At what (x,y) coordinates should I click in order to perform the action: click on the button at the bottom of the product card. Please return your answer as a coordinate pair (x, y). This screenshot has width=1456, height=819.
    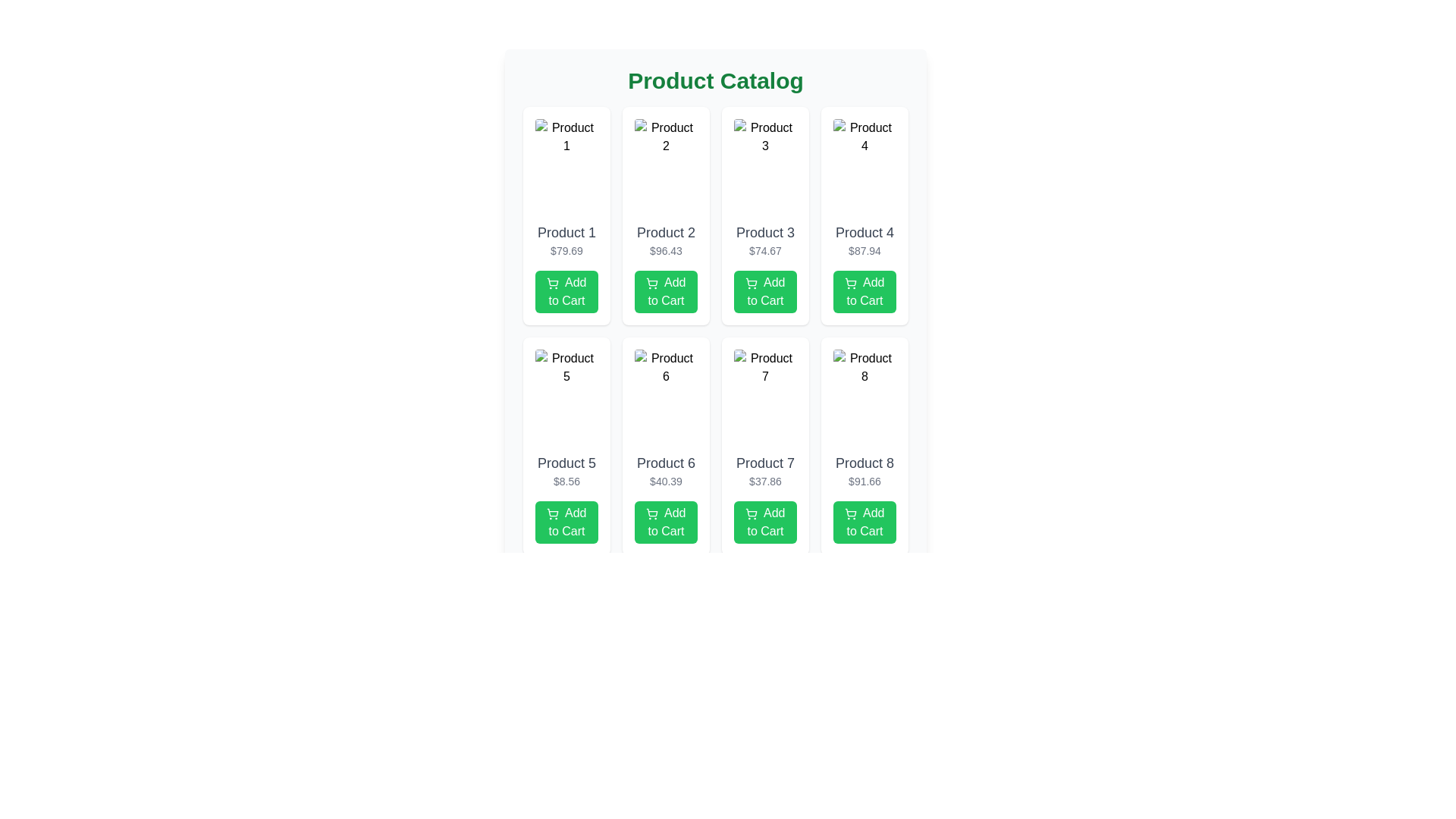
    Looking at the image, I should click on (864, 522).